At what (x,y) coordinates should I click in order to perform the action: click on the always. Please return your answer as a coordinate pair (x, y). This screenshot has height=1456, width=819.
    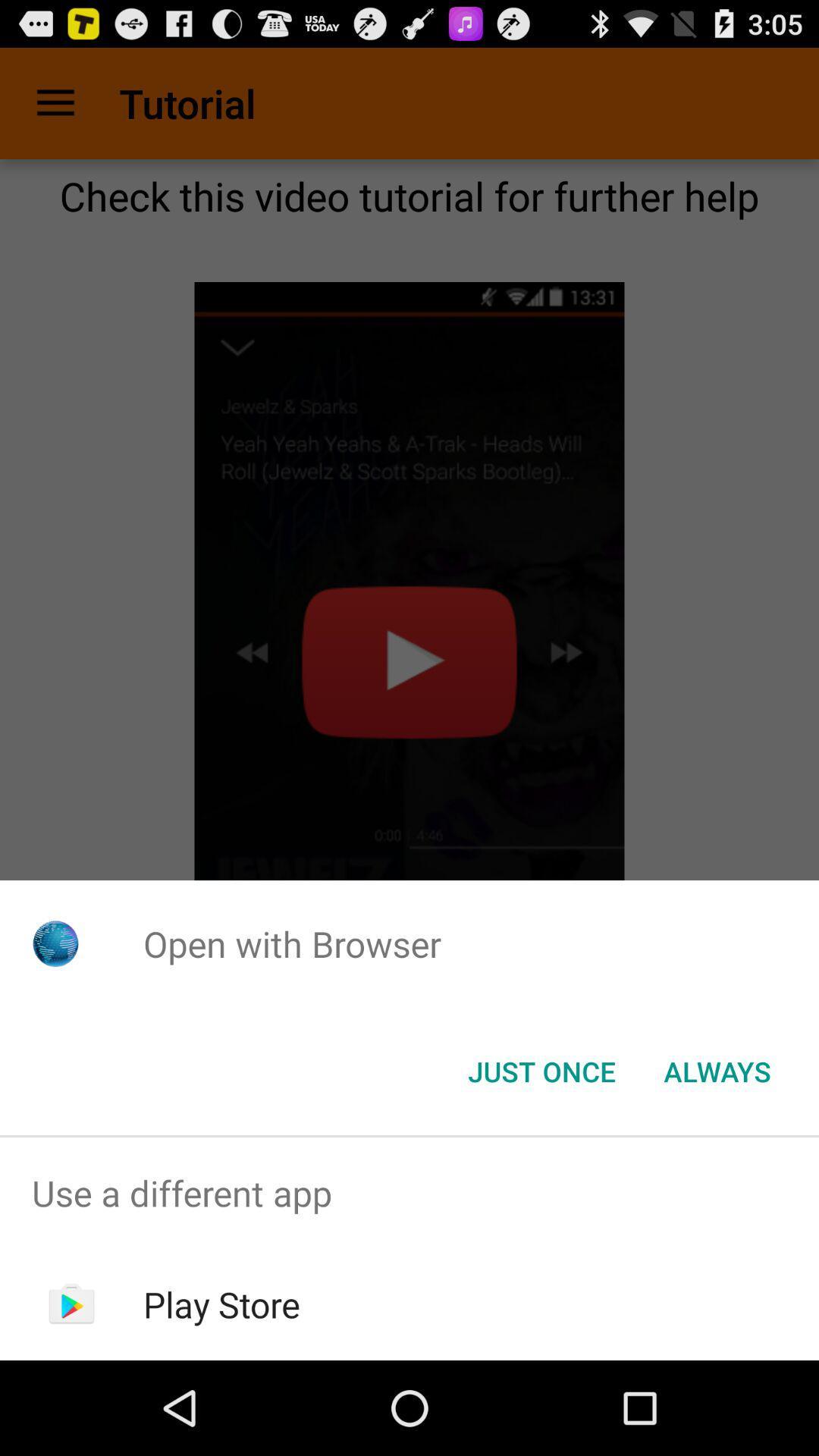
    Looking at the image, I should click on (717, 1070).